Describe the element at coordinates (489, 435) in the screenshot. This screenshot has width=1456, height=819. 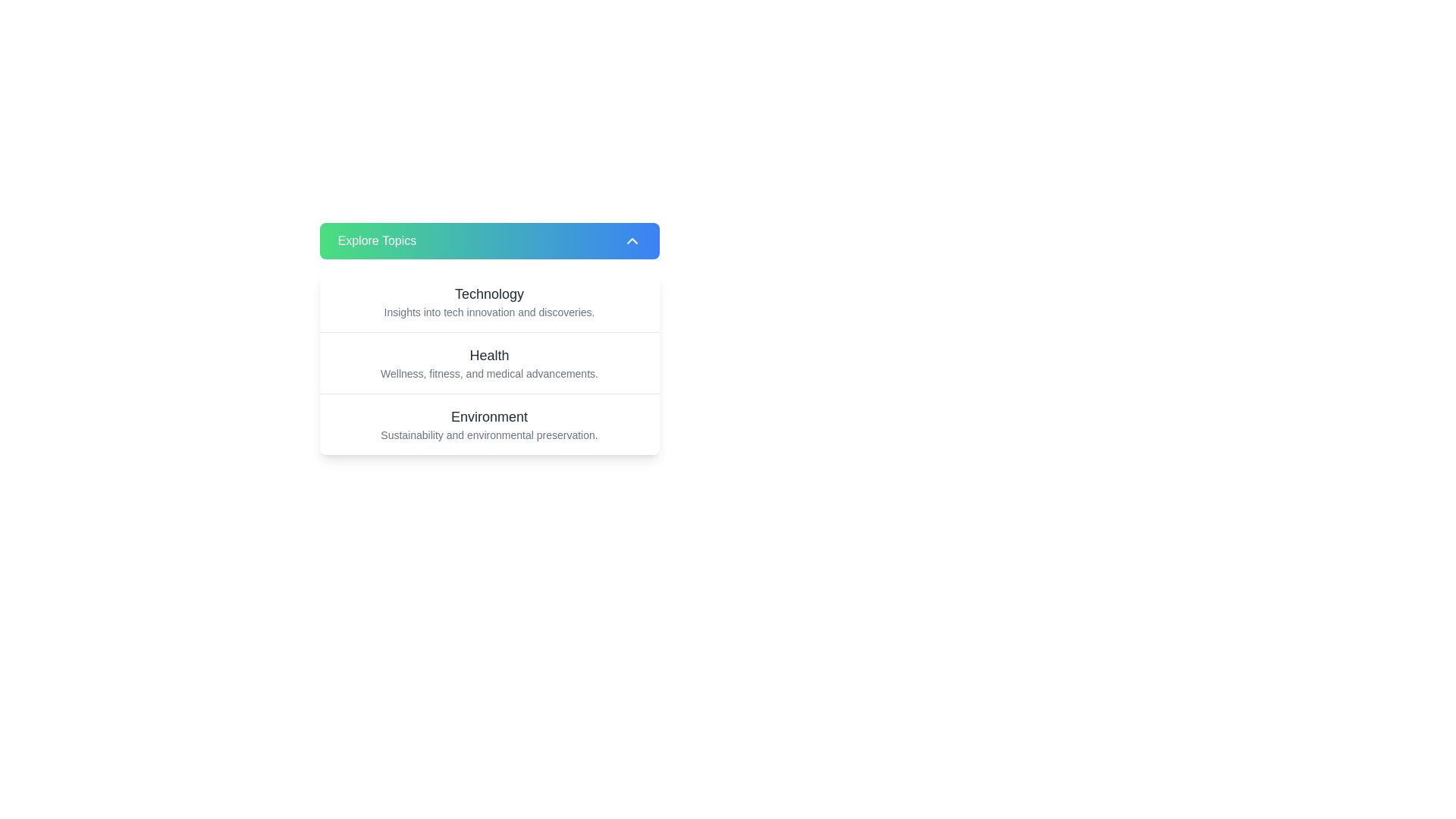
I see `the descriptive text element that reads 'Sustainability and environmental preservation,' which is styled in gray and positioned below the 'Environment' header in the 'Explore Topics' section` at that location.